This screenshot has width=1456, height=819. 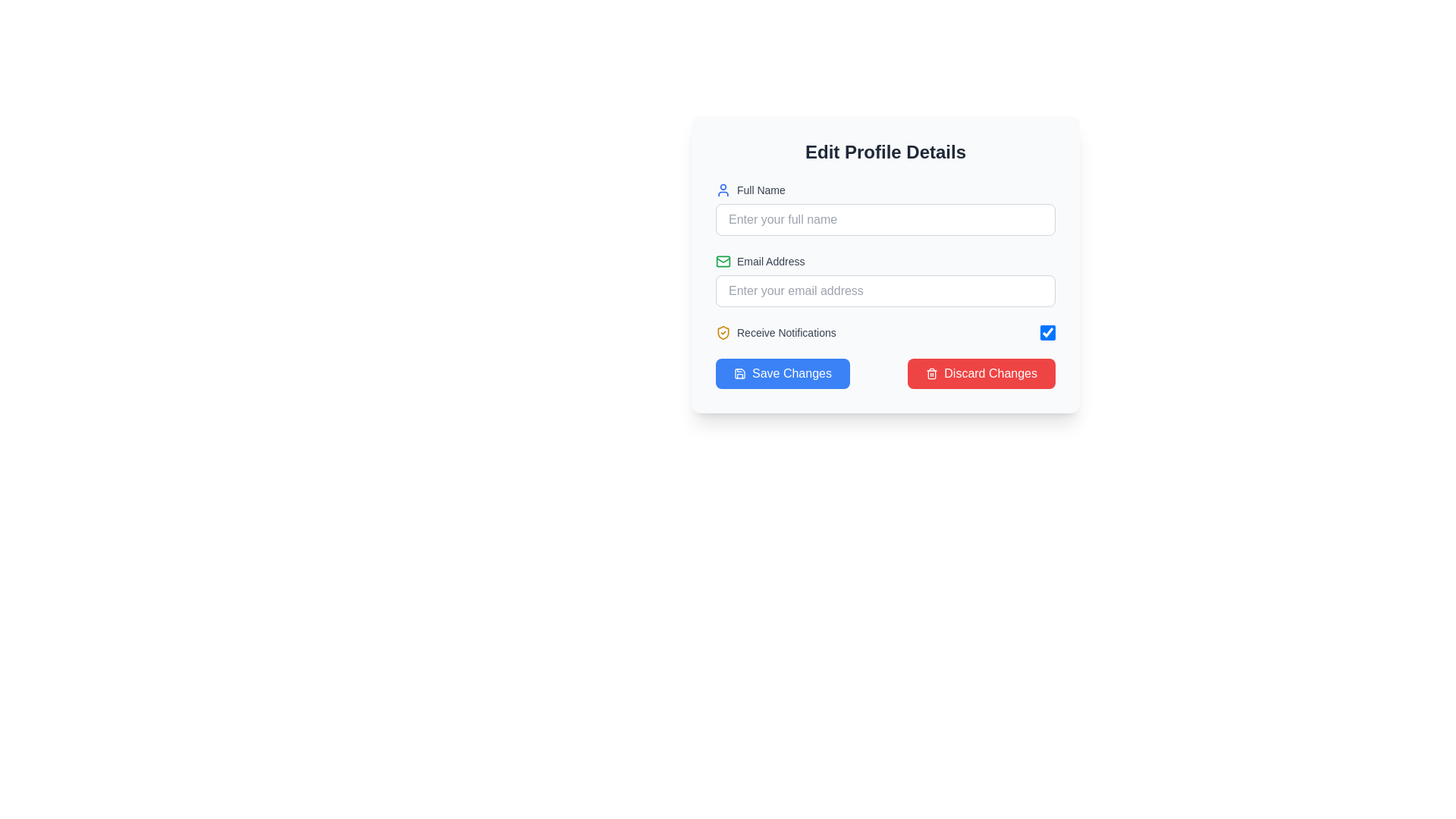 I want to click on the text label displaying 'Receive Notifications', so click(x=786, y=332).